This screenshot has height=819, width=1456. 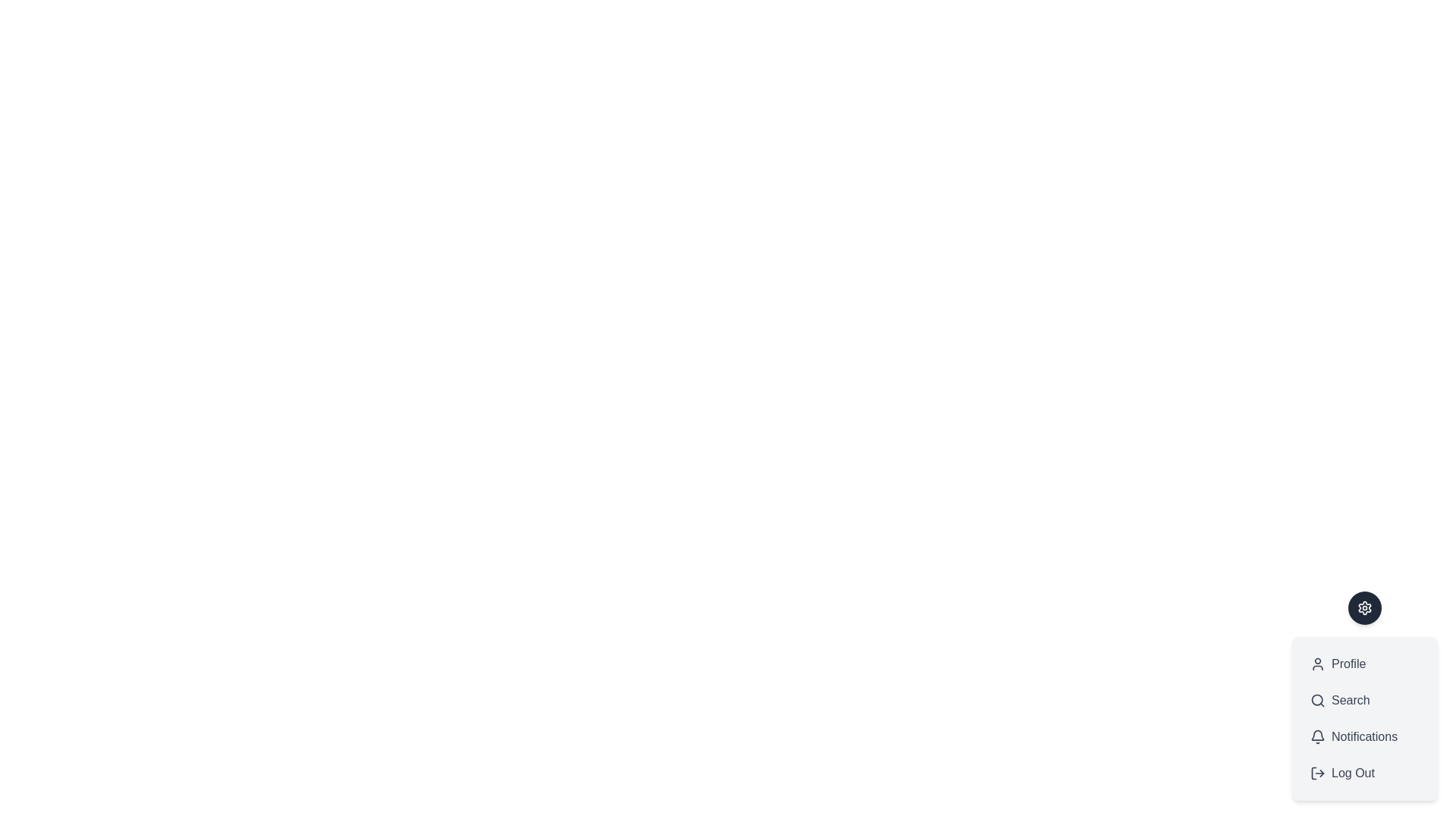 I want to click on the search icon located in the second menu item of the vertical list within the pop-up menu, positioned directly below the 'Profile' item and above 'Notifications', so click(x=1316, y=701).